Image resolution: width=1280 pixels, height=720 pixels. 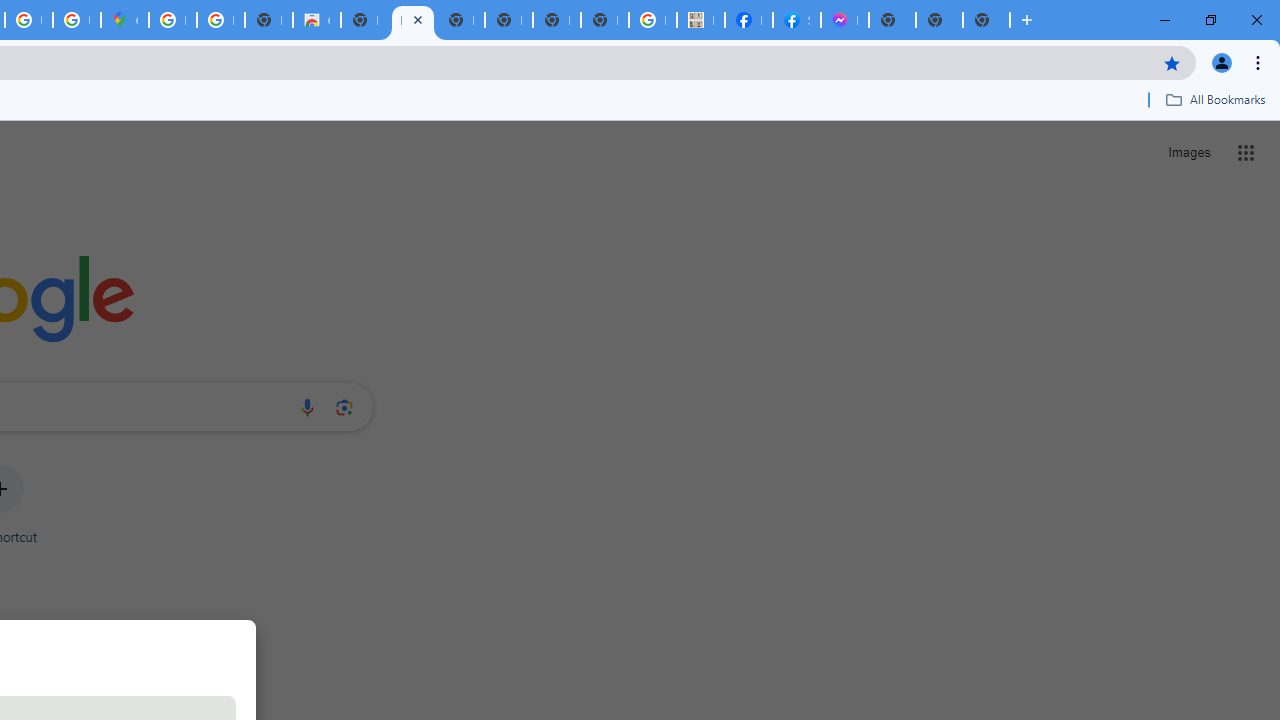 What do you see at coordinates (315, 20) in the screenshot?
I see `'Chrome Web Store'` at bounding box center [315, 20].